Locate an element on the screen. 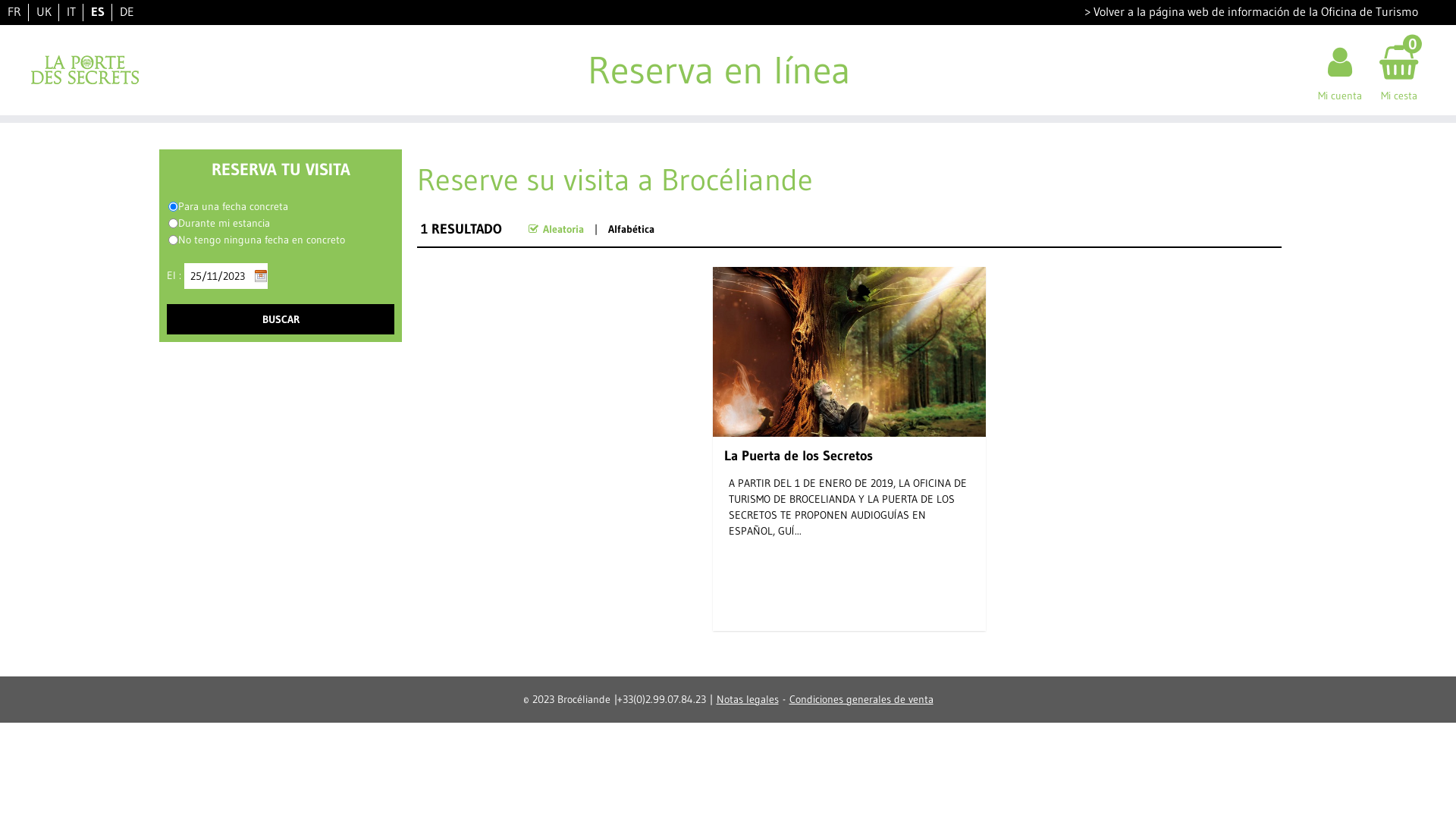 This screenshot has height=819, width=1456. 'UK' is located at coordinates (36, 11).